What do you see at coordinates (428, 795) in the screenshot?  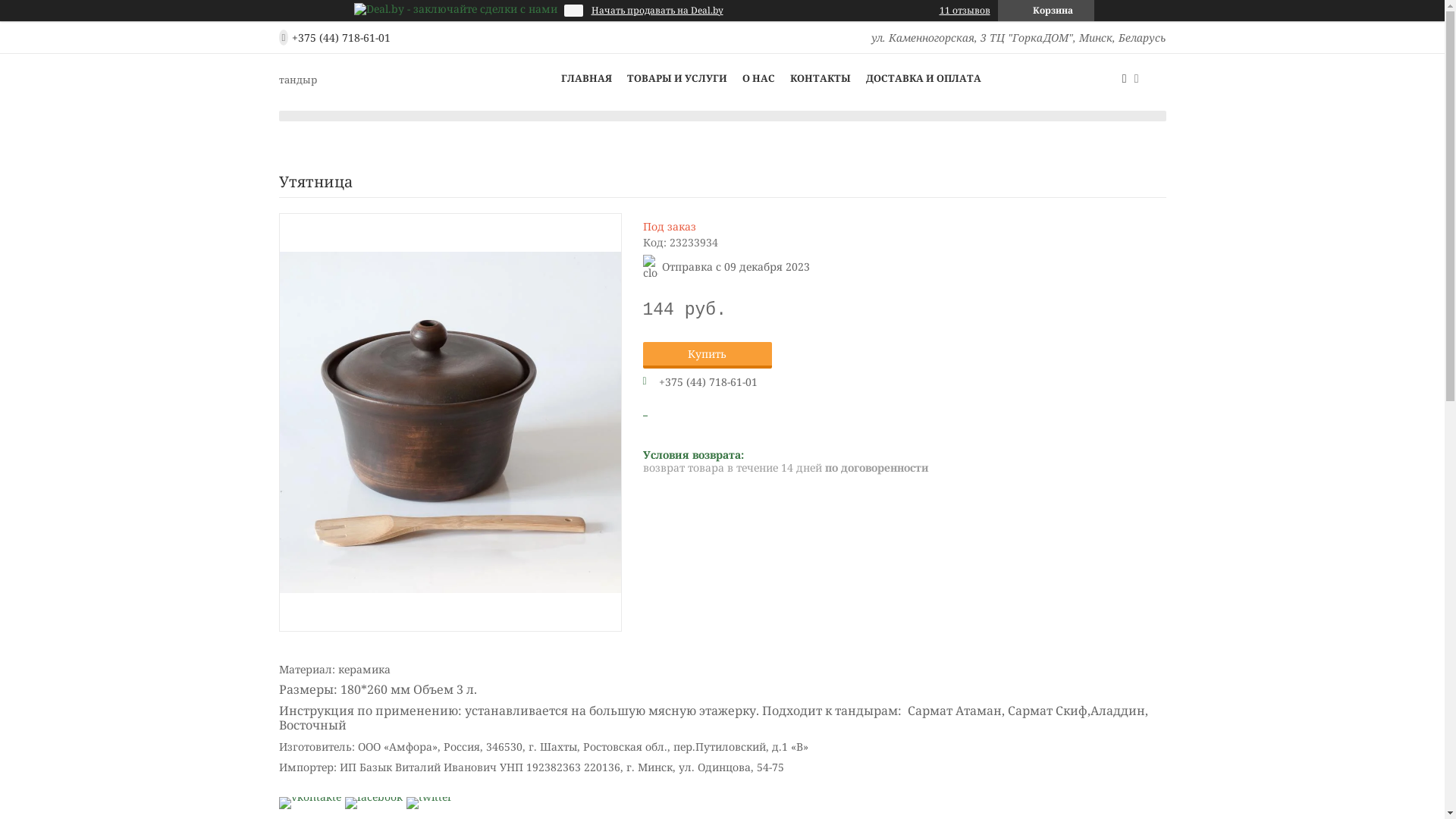 I see `'twitter'` at bounding box center [428, 795].